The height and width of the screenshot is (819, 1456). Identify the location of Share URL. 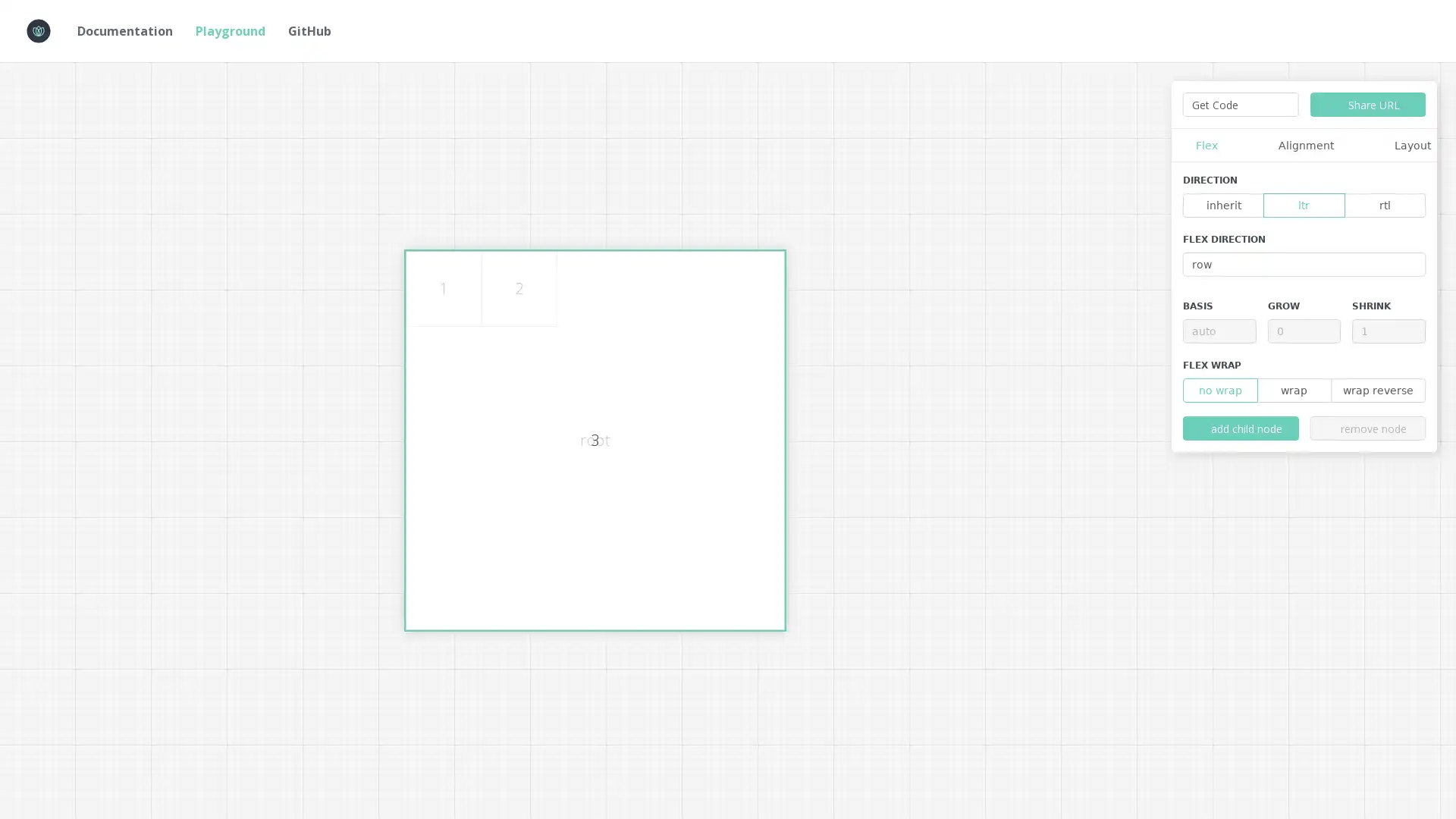
(1367, 104).